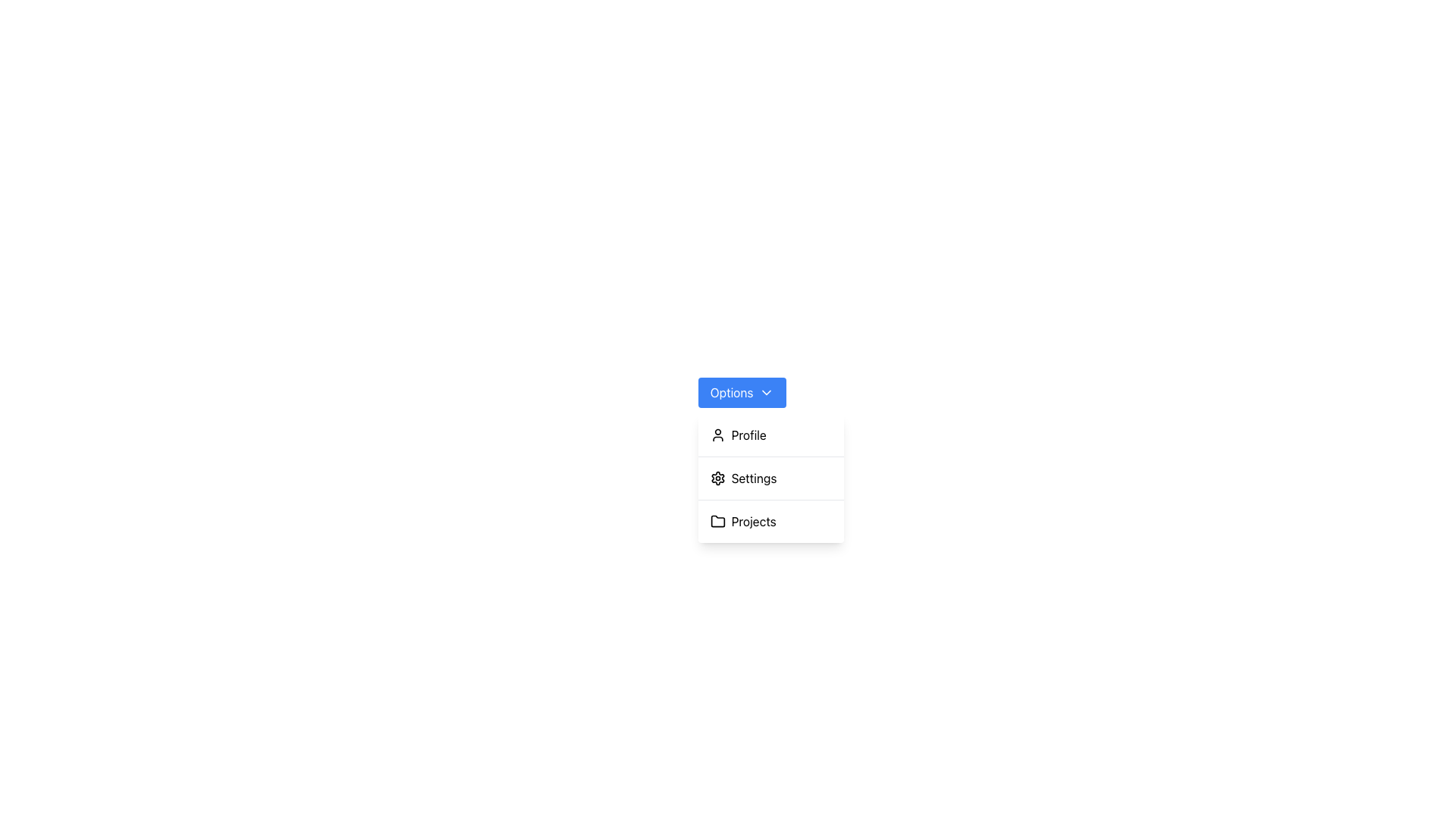  What do you see at coordinates (717, 479) in the screenshot?
I see `the gear icon representing settings functionality, located in the 'Settings' menu` at bounding box center [717, 479].